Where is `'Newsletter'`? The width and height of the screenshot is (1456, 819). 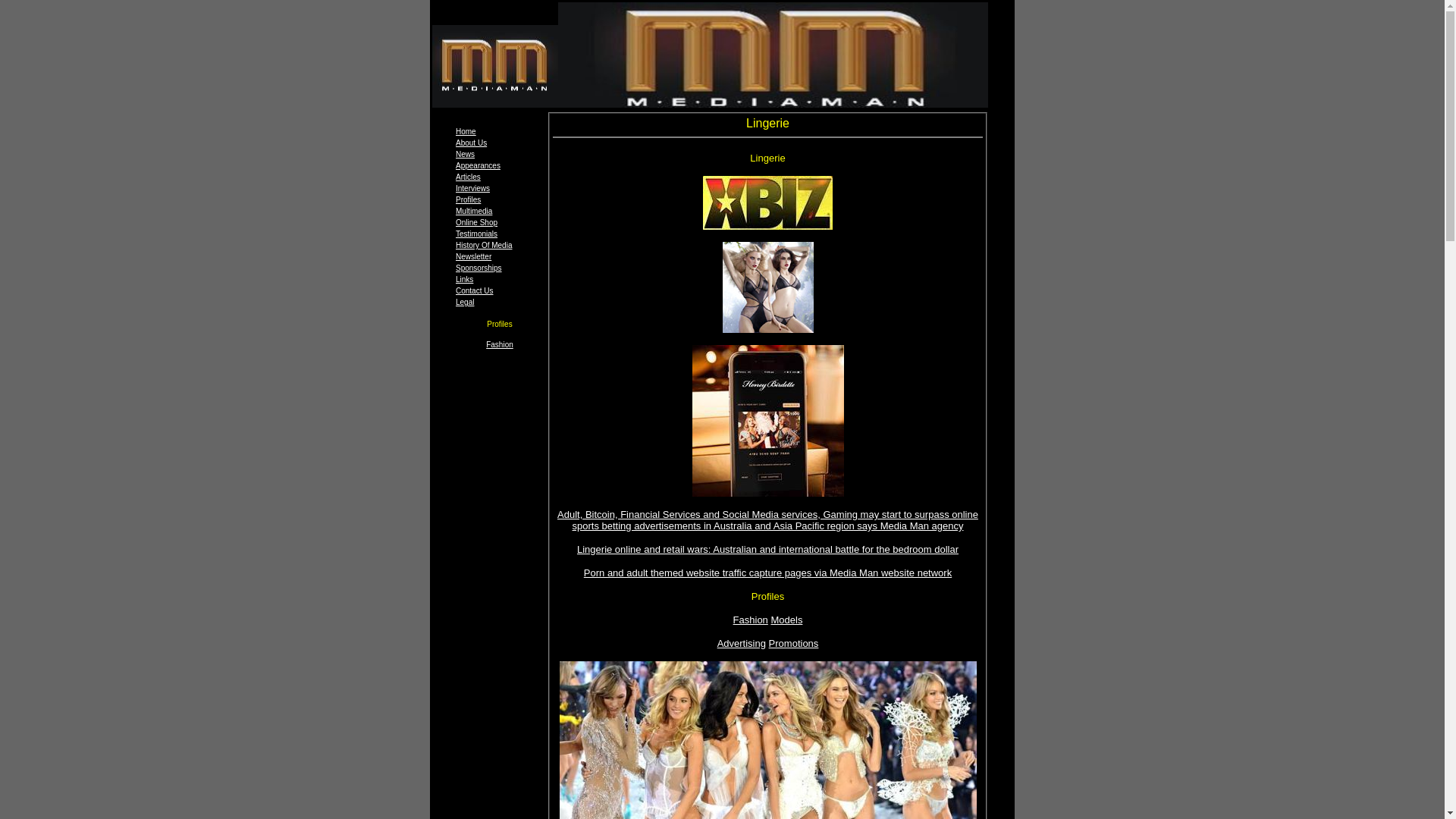
'Newsletter' is located at coordinates (454, 256).